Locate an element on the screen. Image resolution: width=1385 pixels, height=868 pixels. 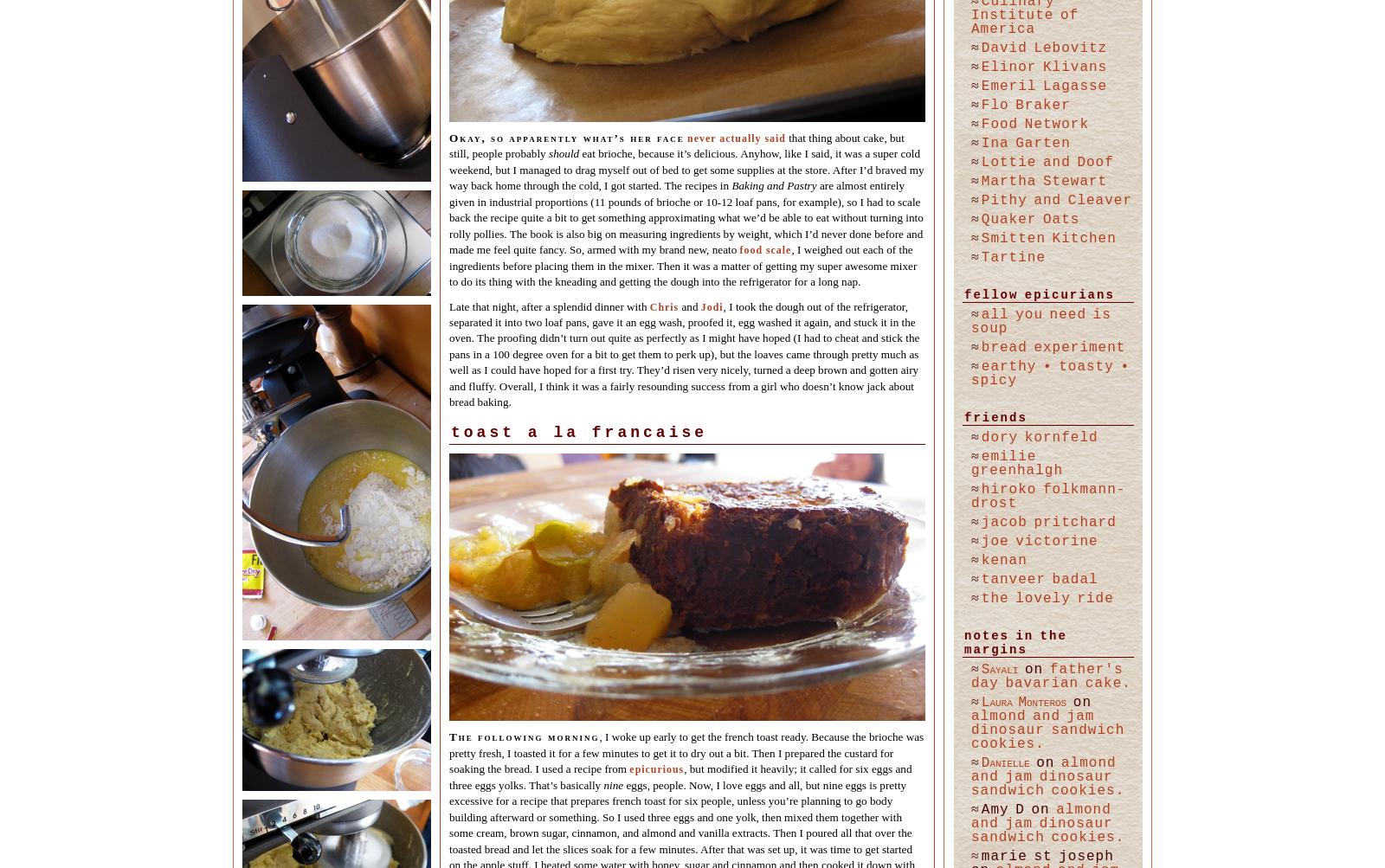
'Okay, so apparently what’s her face' is located at coordinates (448, 136).